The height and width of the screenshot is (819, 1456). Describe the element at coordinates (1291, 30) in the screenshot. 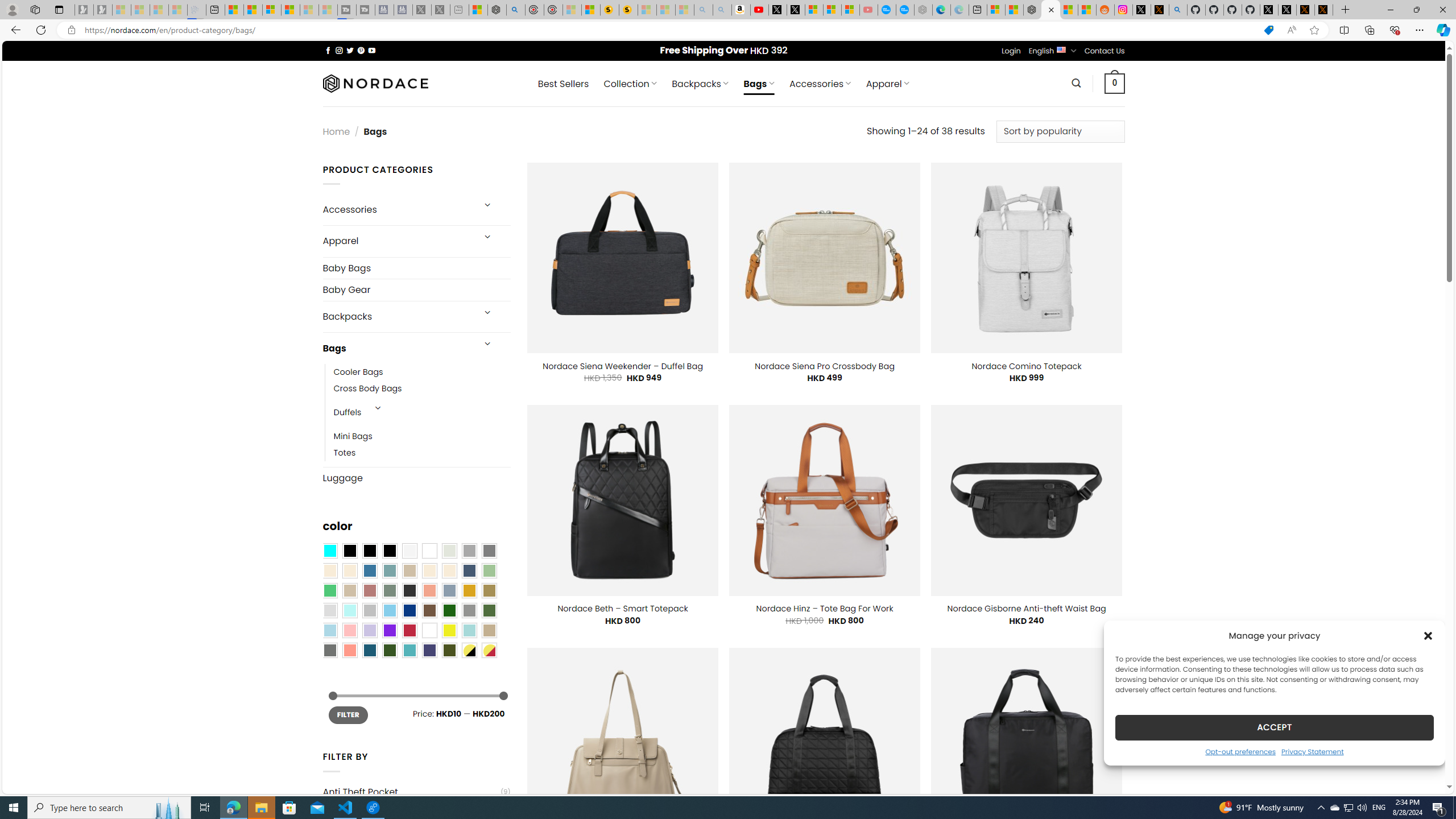

I see `'Read aloud this page (Ctrl+Shift+U)'` at that location.